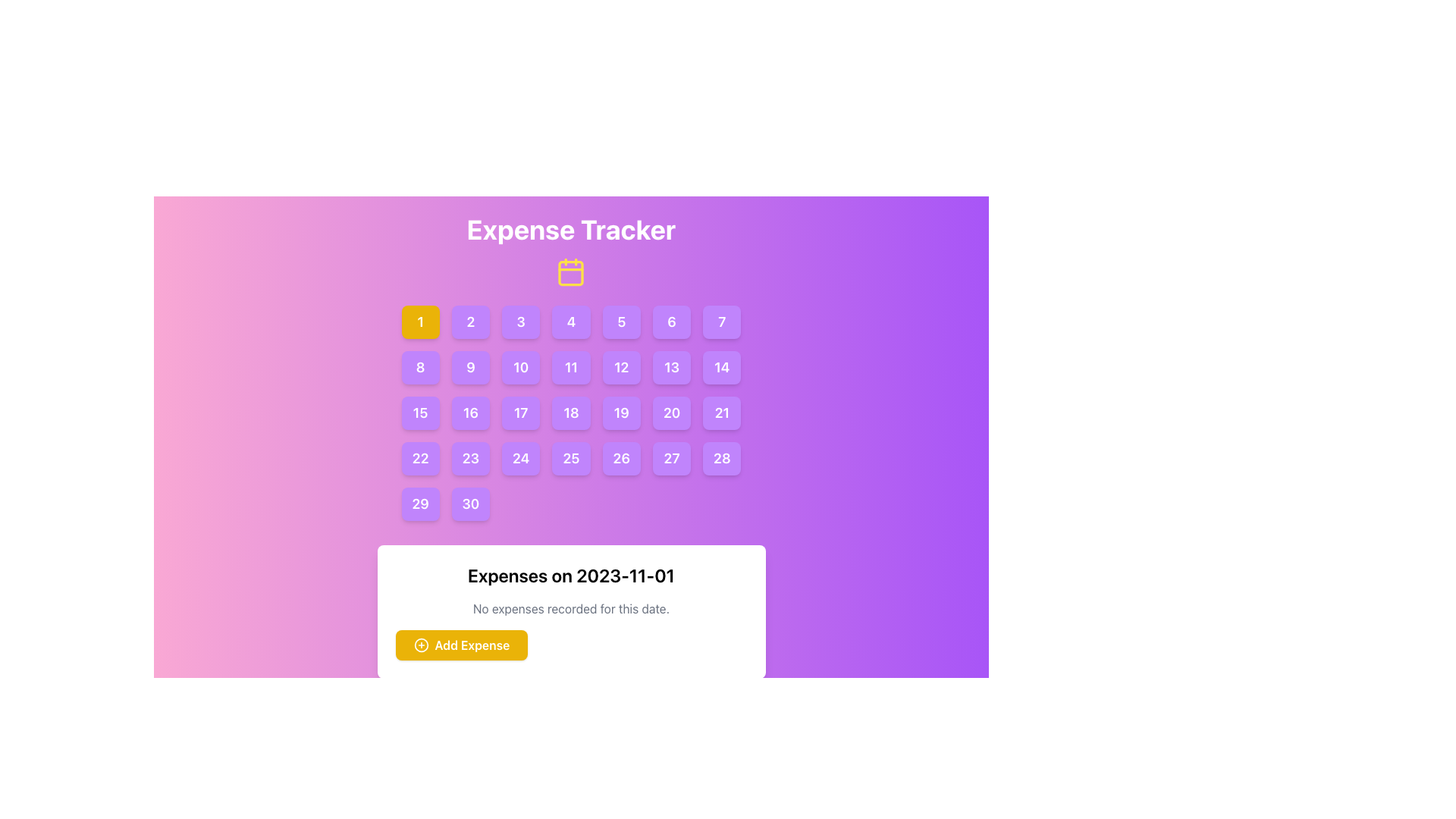 This screenshot has width=1456, height=819. Describe the element at coordinates (570, 368) in the screenshot. I see `the interactive button for the 11th date in the calendar grid located in the fourth row and third column` at that location.